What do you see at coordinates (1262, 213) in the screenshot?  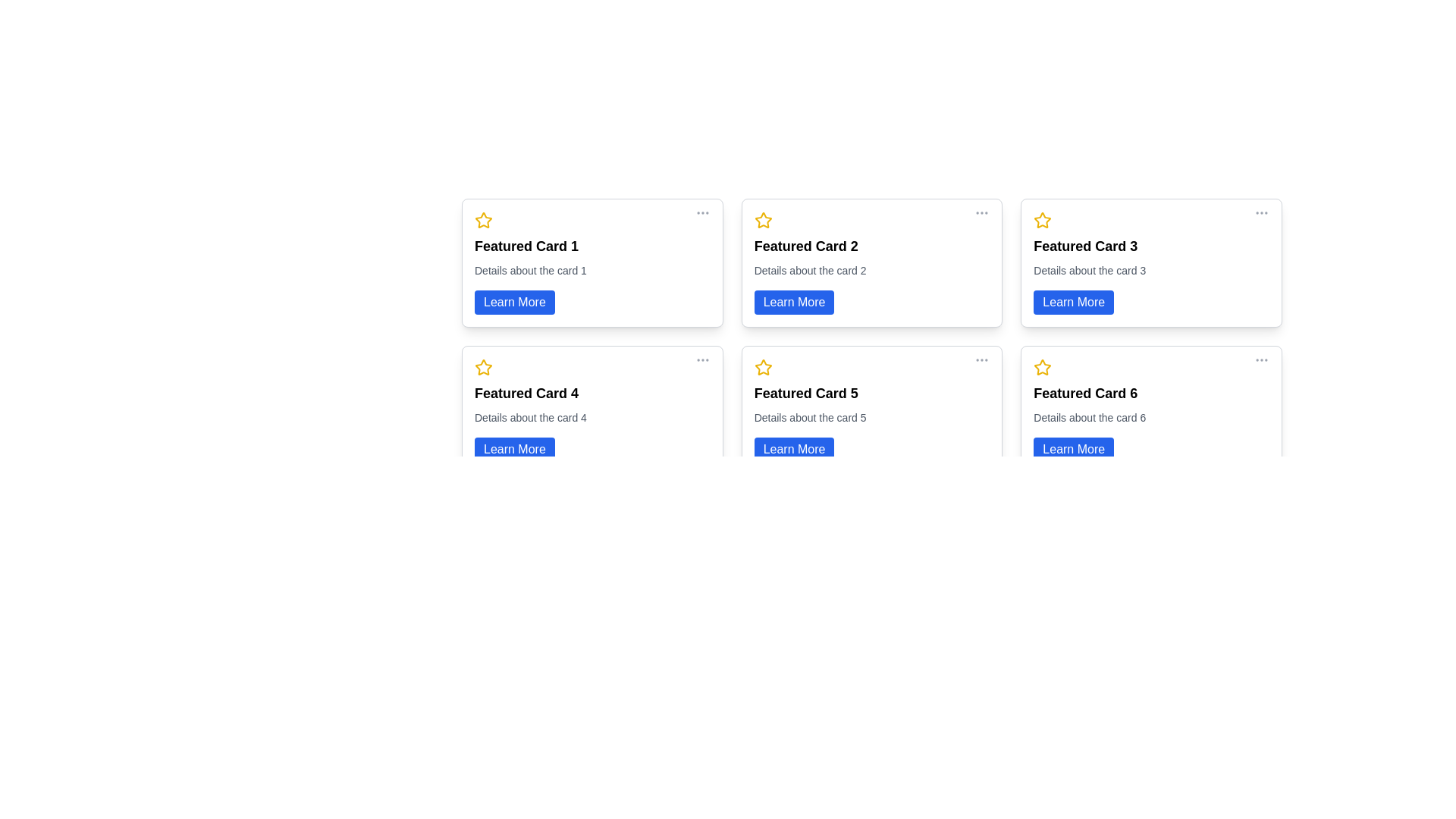 I see `the menu button located in the top-right corner of the 'Featured Card 3'` at bounding box center [1262, 213].